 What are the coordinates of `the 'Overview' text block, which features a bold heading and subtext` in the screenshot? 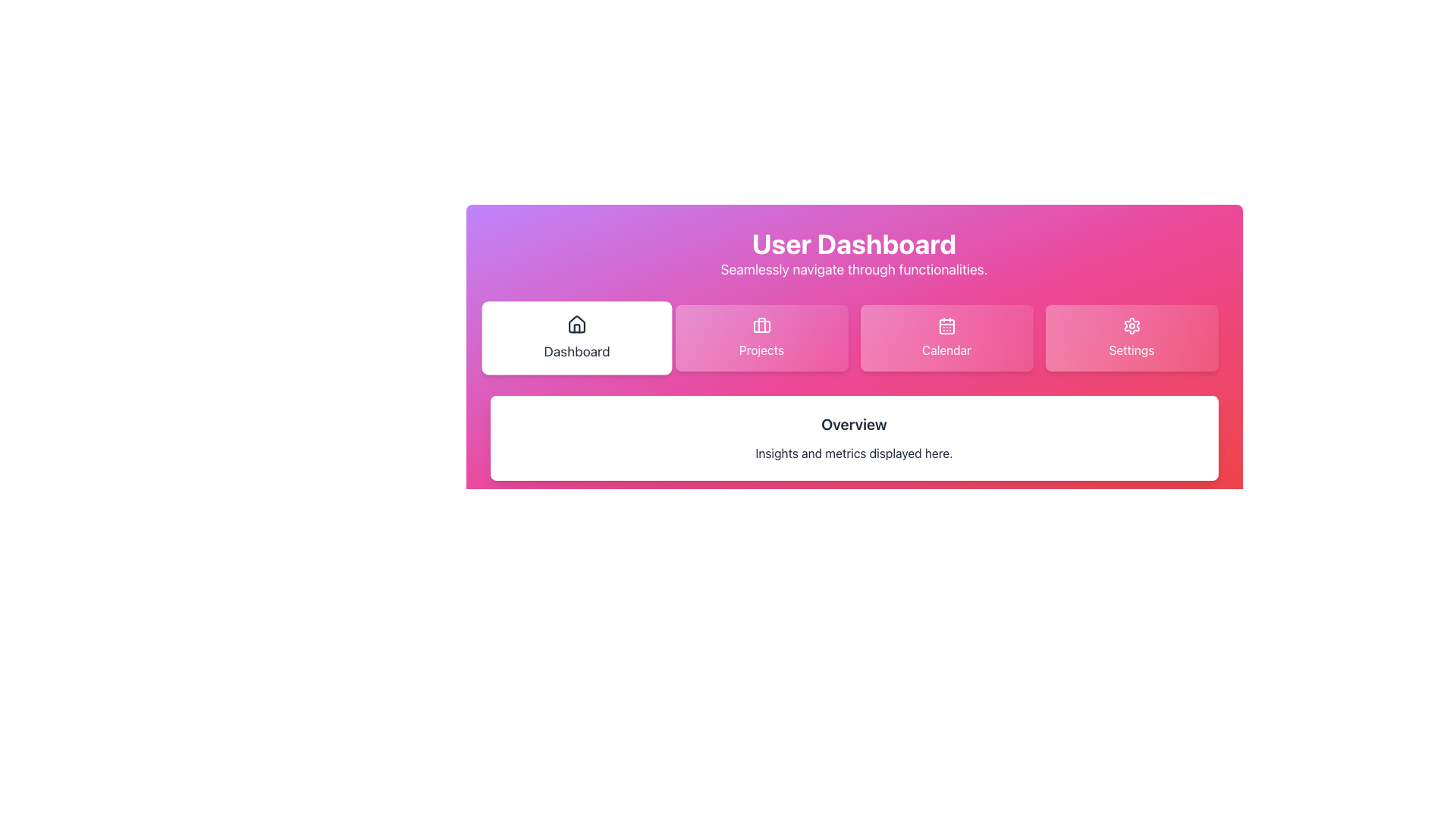 It's located at (854, 438).